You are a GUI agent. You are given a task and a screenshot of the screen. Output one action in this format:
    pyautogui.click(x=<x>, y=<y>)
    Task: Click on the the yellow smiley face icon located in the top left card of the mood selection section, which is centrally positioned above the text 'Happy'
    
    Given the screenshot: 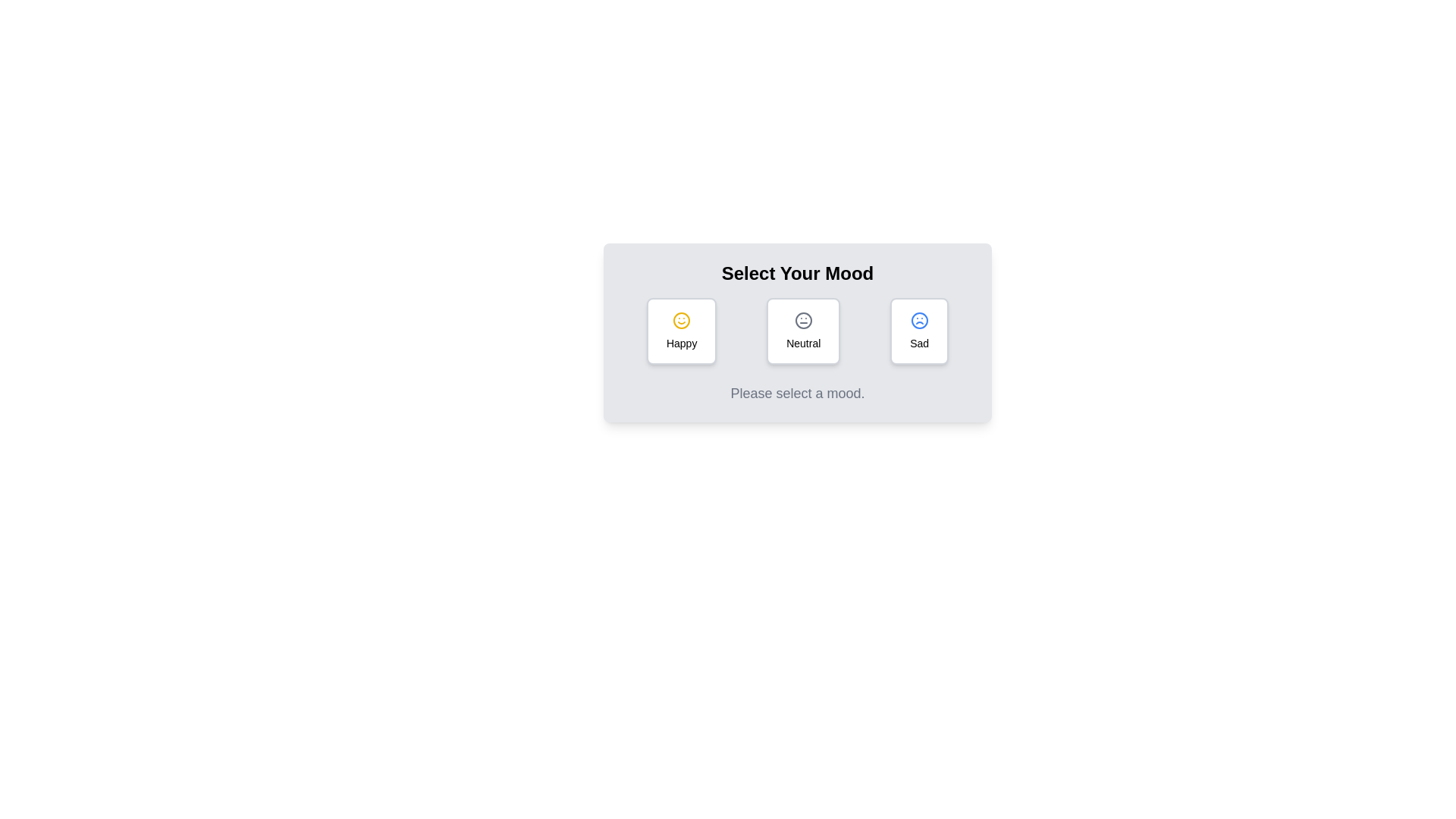 What is the action you would take?
    pyautogui.click(x=681, y=320)
    